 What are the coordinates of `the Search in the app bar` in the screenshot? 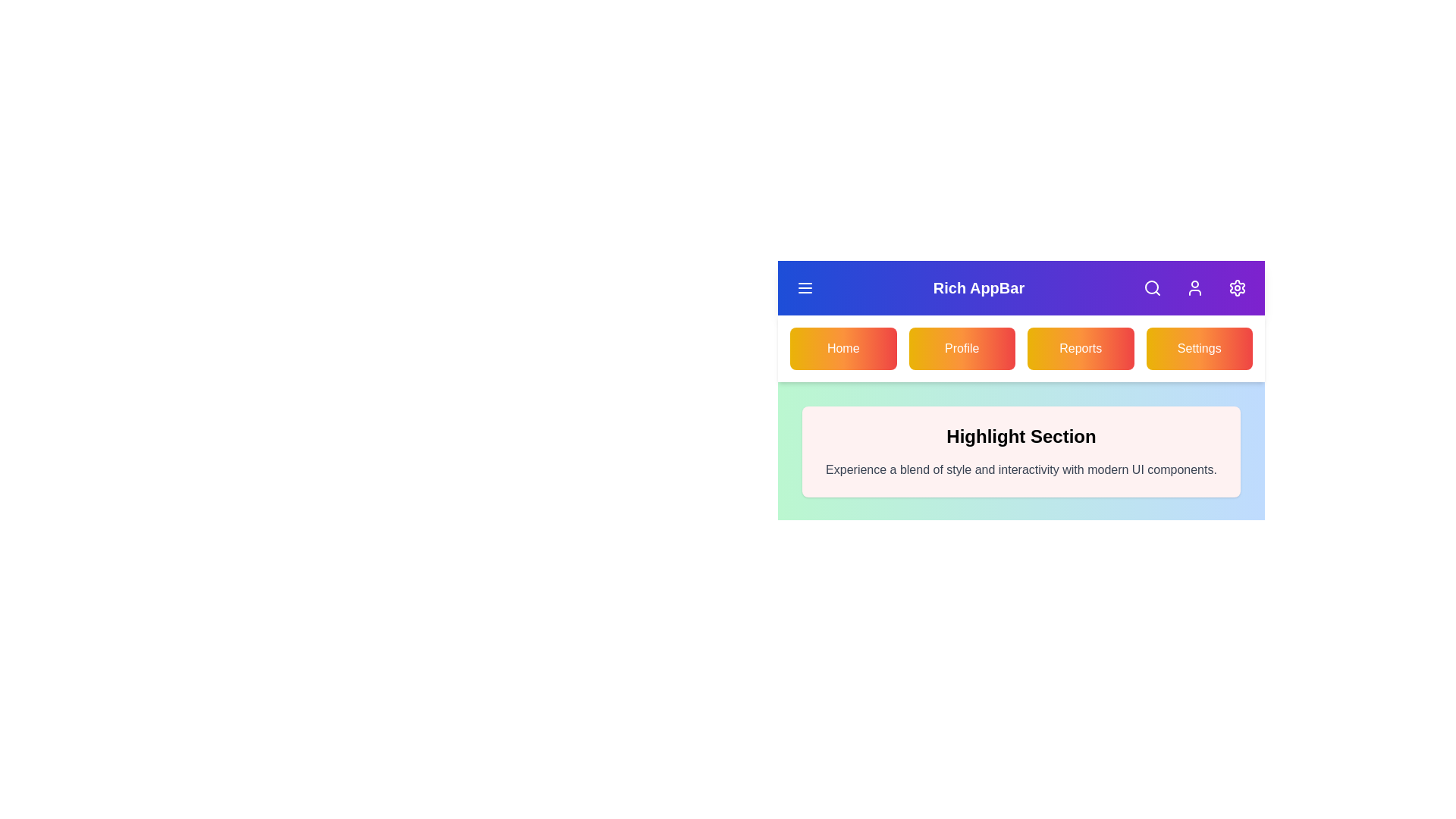 It's located at (1153, 288).